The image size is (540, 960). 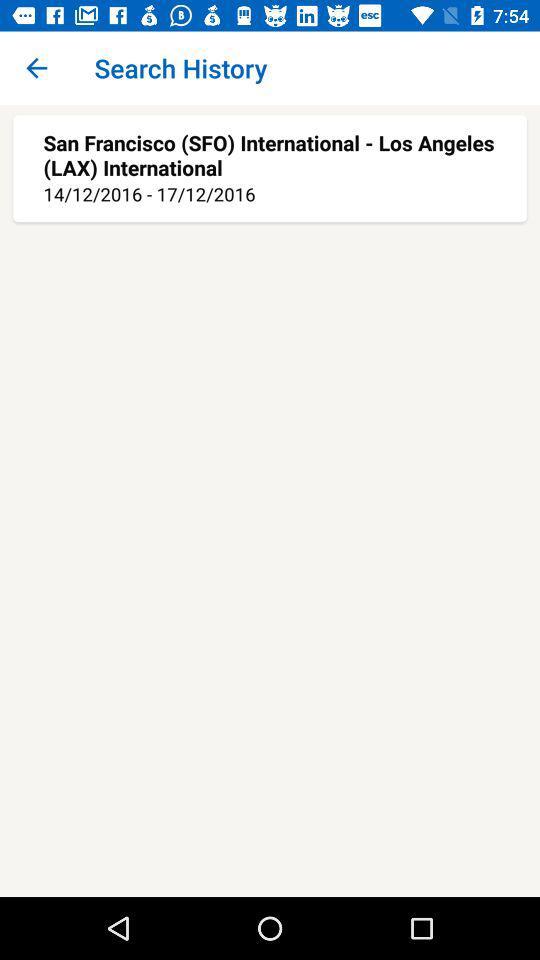 I want to click on the icon below the san francisco sfo, so click(x=270, y=194).